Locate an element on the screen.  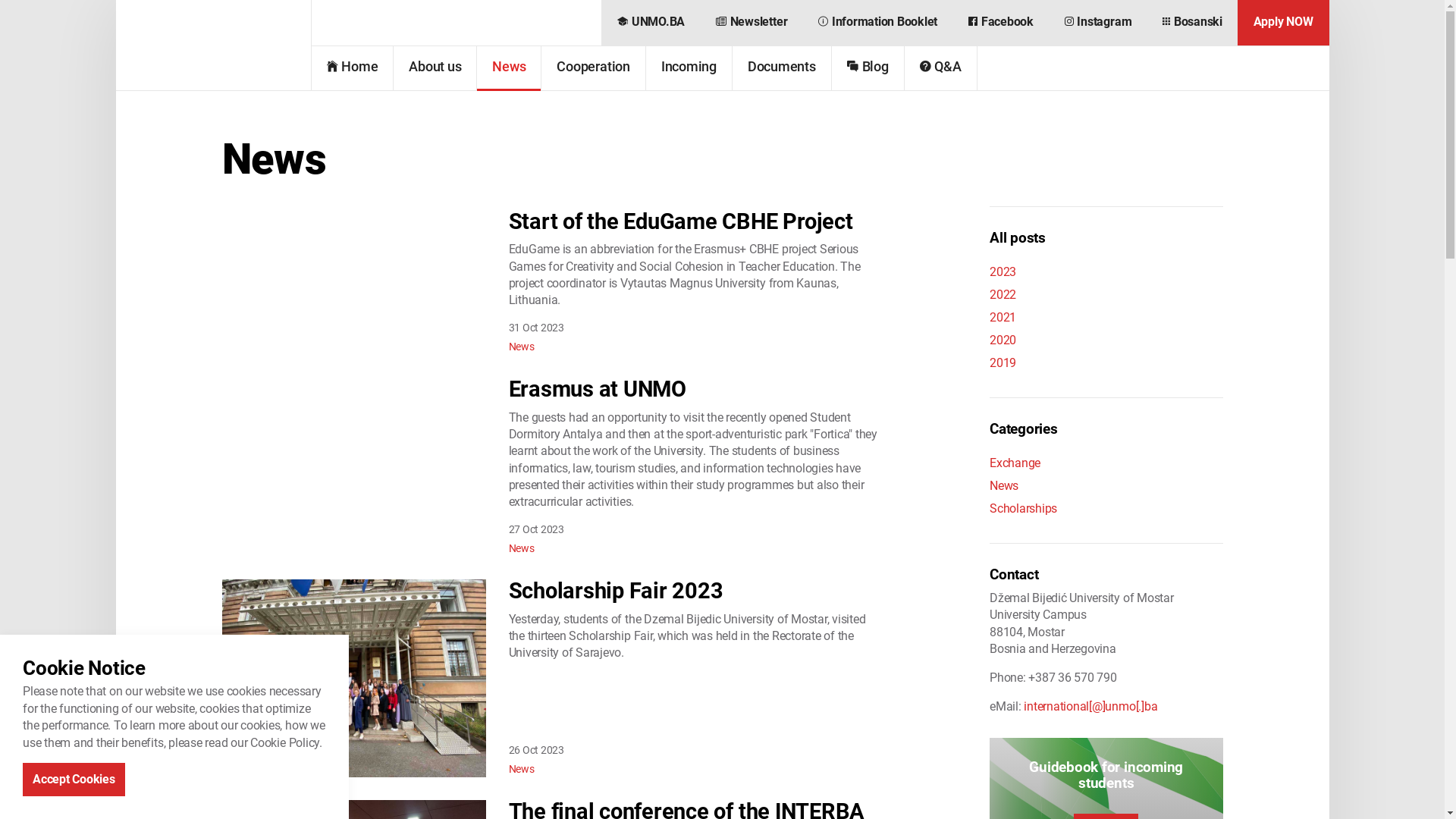
'Newsletter' is located at coordinates (751, 23).